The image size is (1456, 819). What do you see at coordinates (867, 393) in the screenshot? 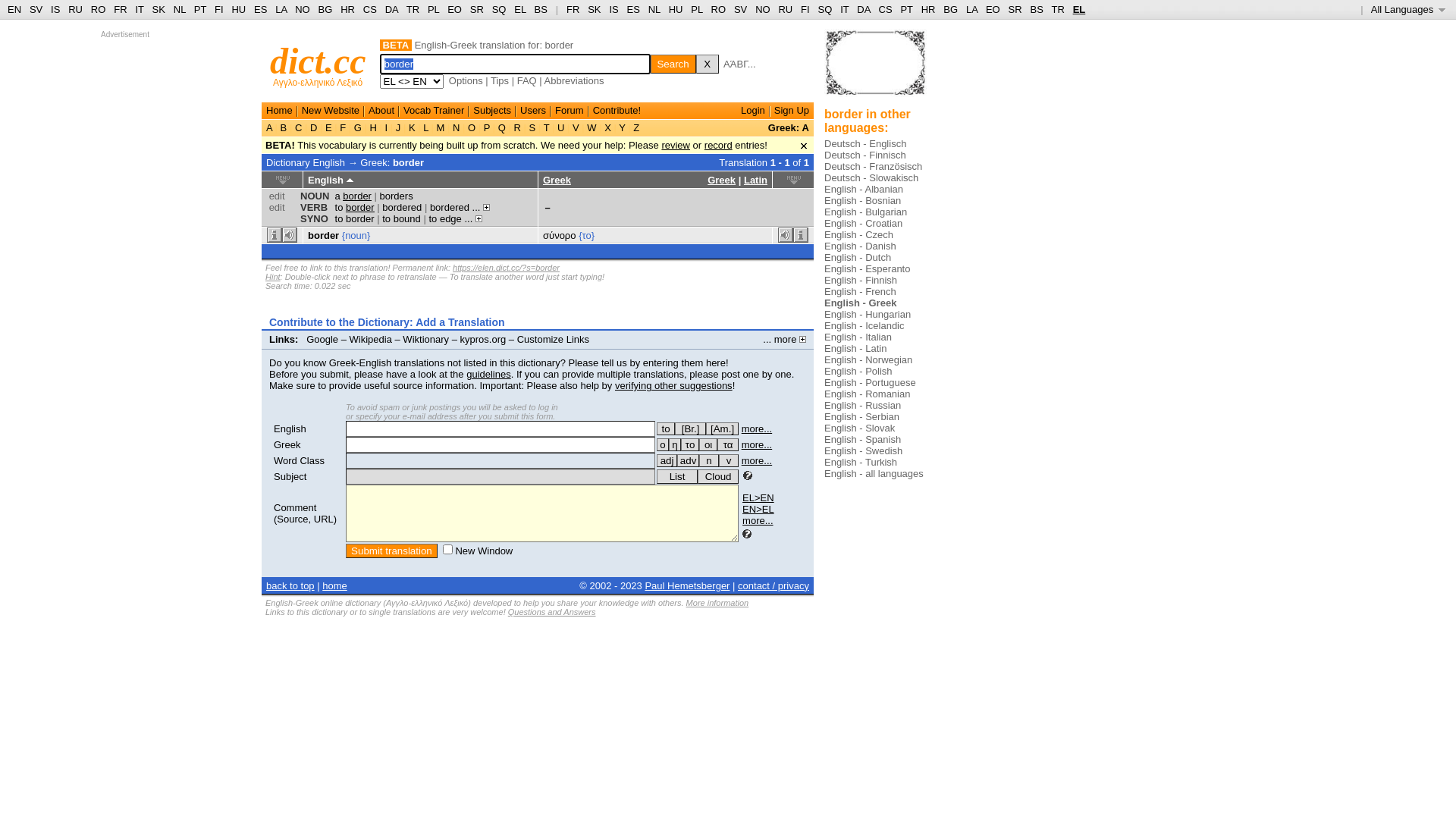
I see `'English - Romanian'` at bounding box center [867, 393].